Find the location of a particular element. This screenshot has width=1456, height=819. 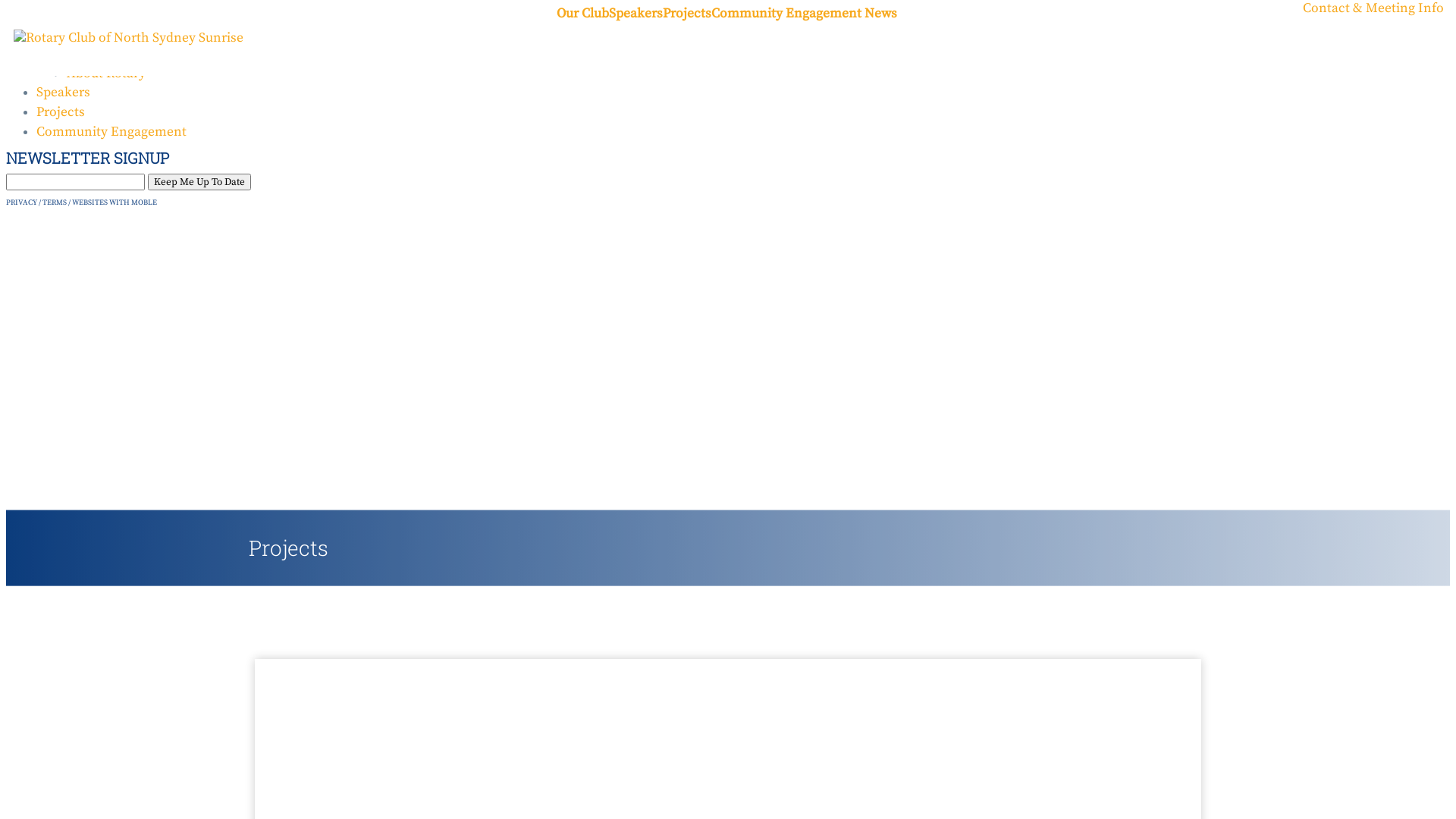

'TERMS' is located at coordinates (42, 201).